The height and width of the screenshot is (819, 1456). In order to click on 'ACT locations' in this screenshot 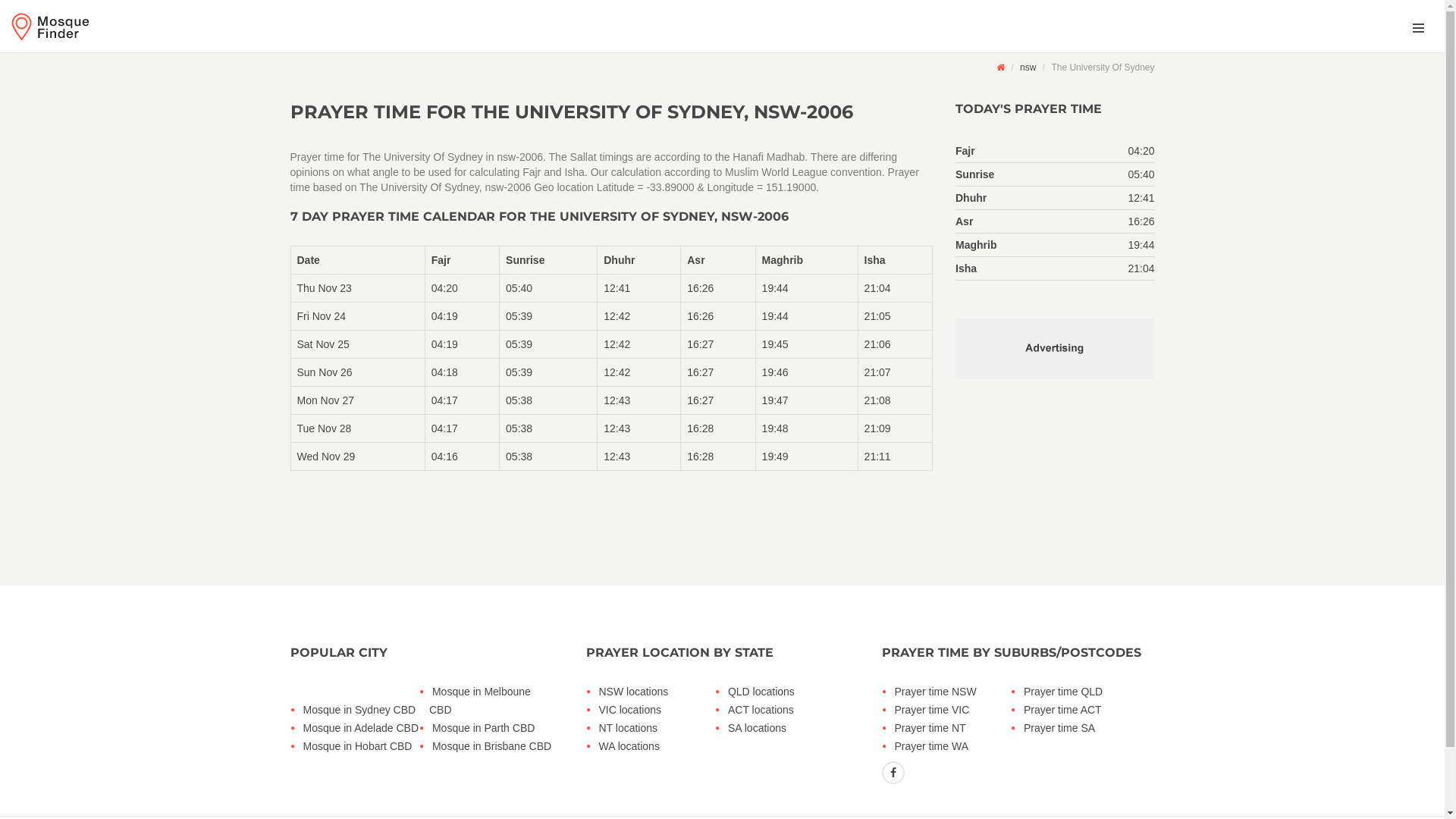, I will do `click(788, 710)`.